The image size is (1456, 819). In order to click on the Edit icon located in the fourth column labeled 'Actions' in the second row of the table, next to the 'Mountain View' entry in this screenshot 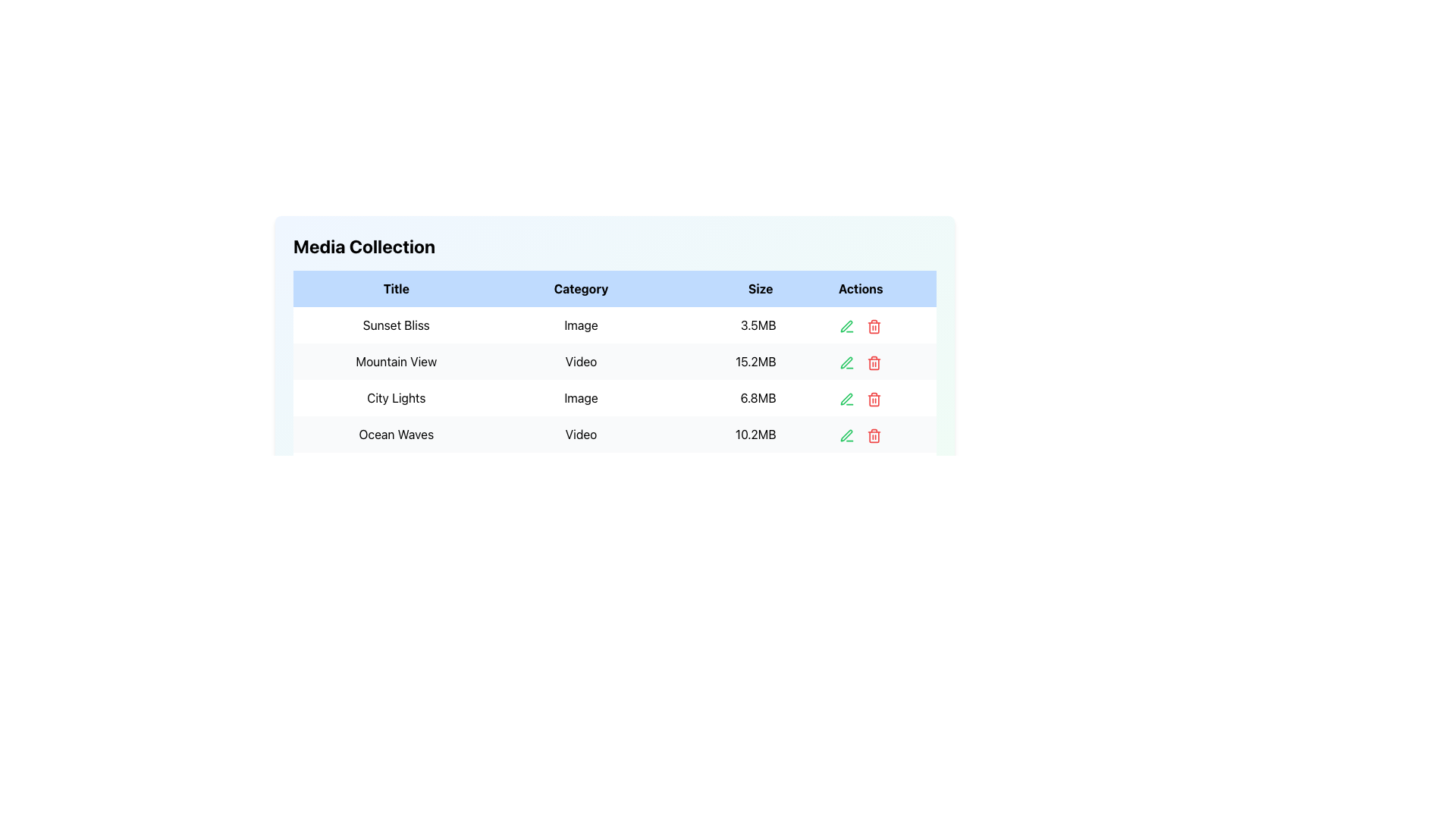, I will do `click(846, 362)`.